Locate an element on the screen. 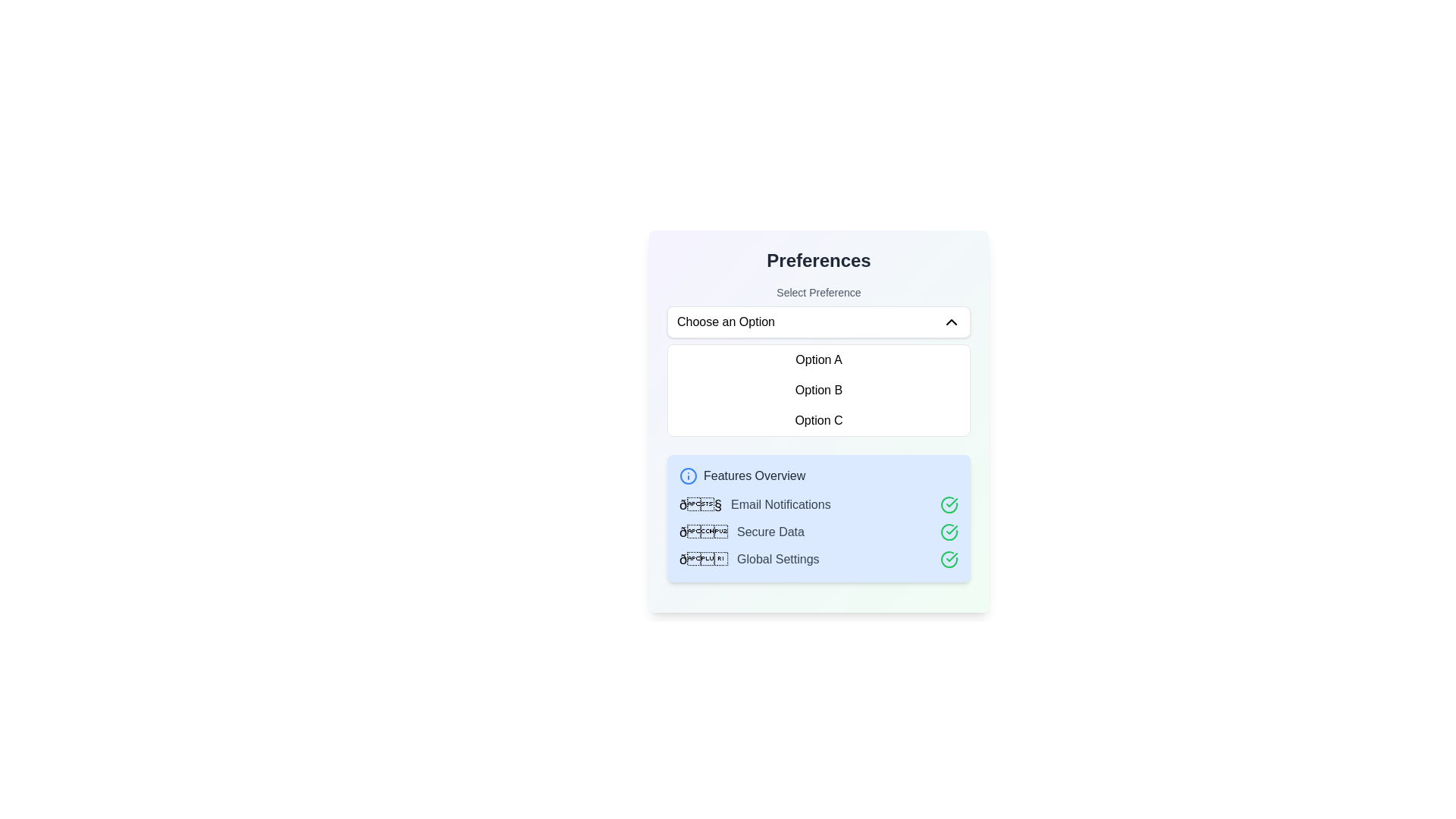 The image size is (1456, 819). the third list item labeled 'Global Settings' which displays its current status or selection is located at coordinates (818, 559).